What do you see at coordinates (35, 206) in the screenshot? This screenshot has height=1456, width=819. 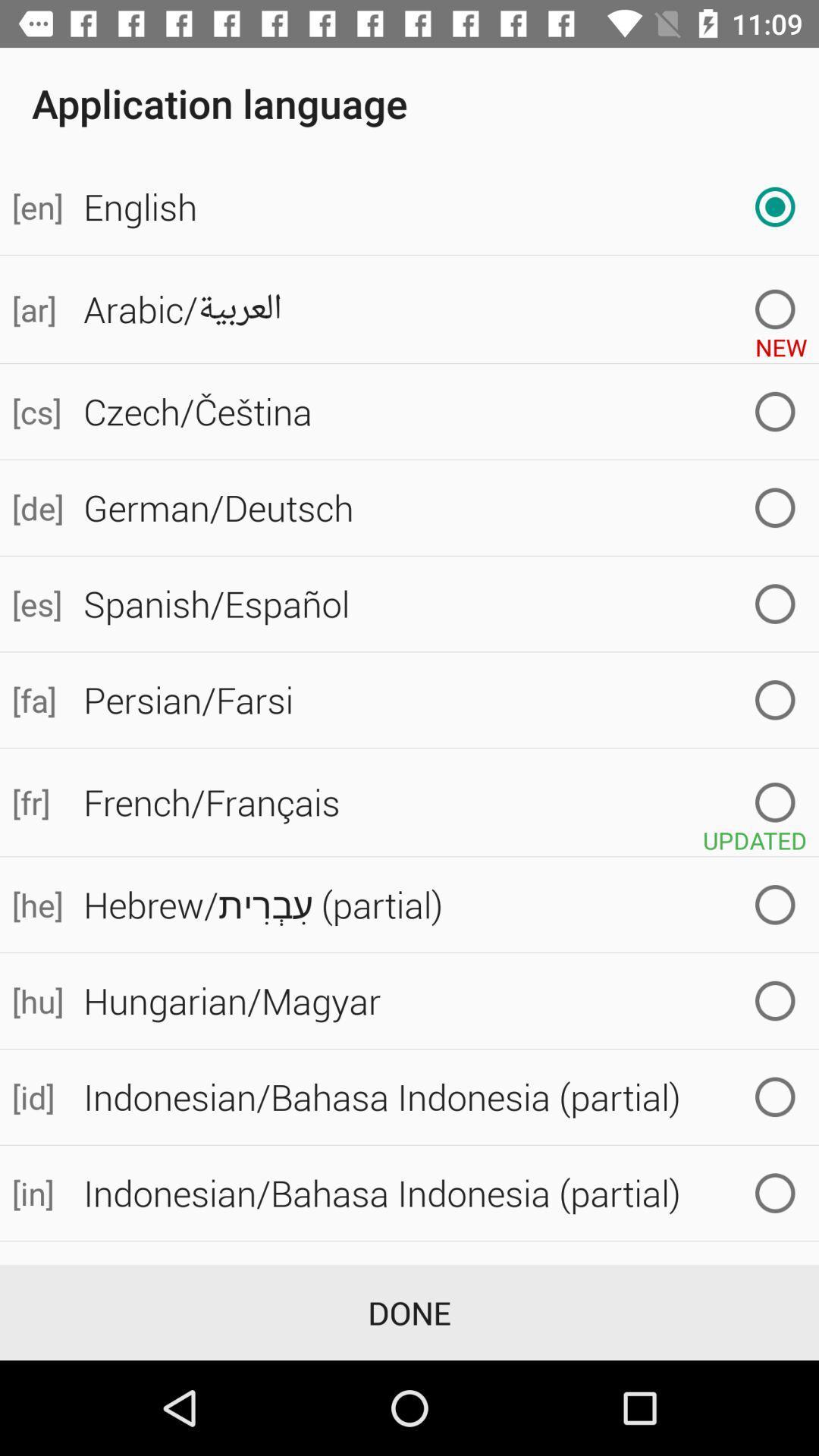 I see `item below the application language item` at bounding box center [35, 206].